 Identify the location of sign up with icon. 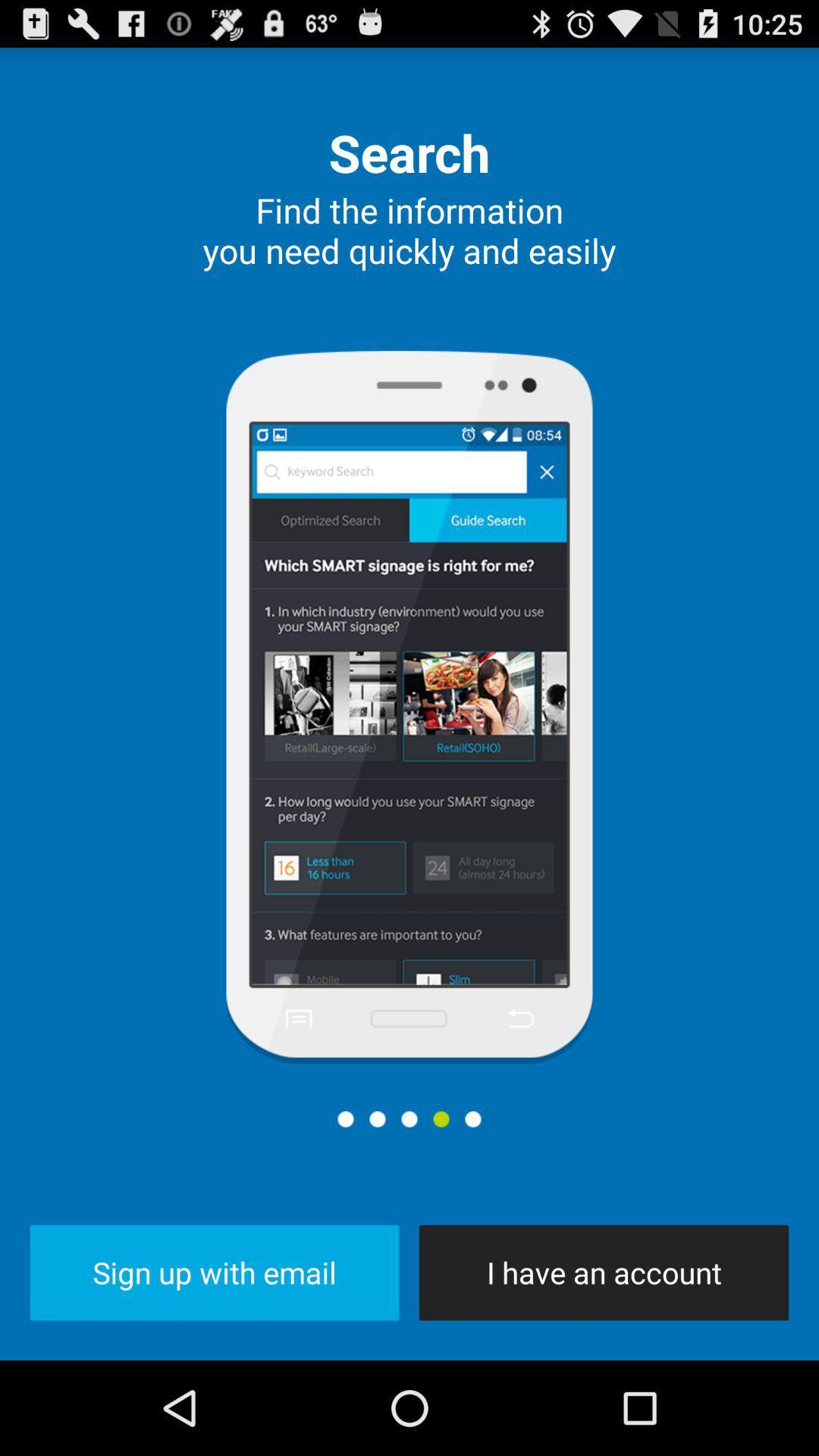
(215, 1272).